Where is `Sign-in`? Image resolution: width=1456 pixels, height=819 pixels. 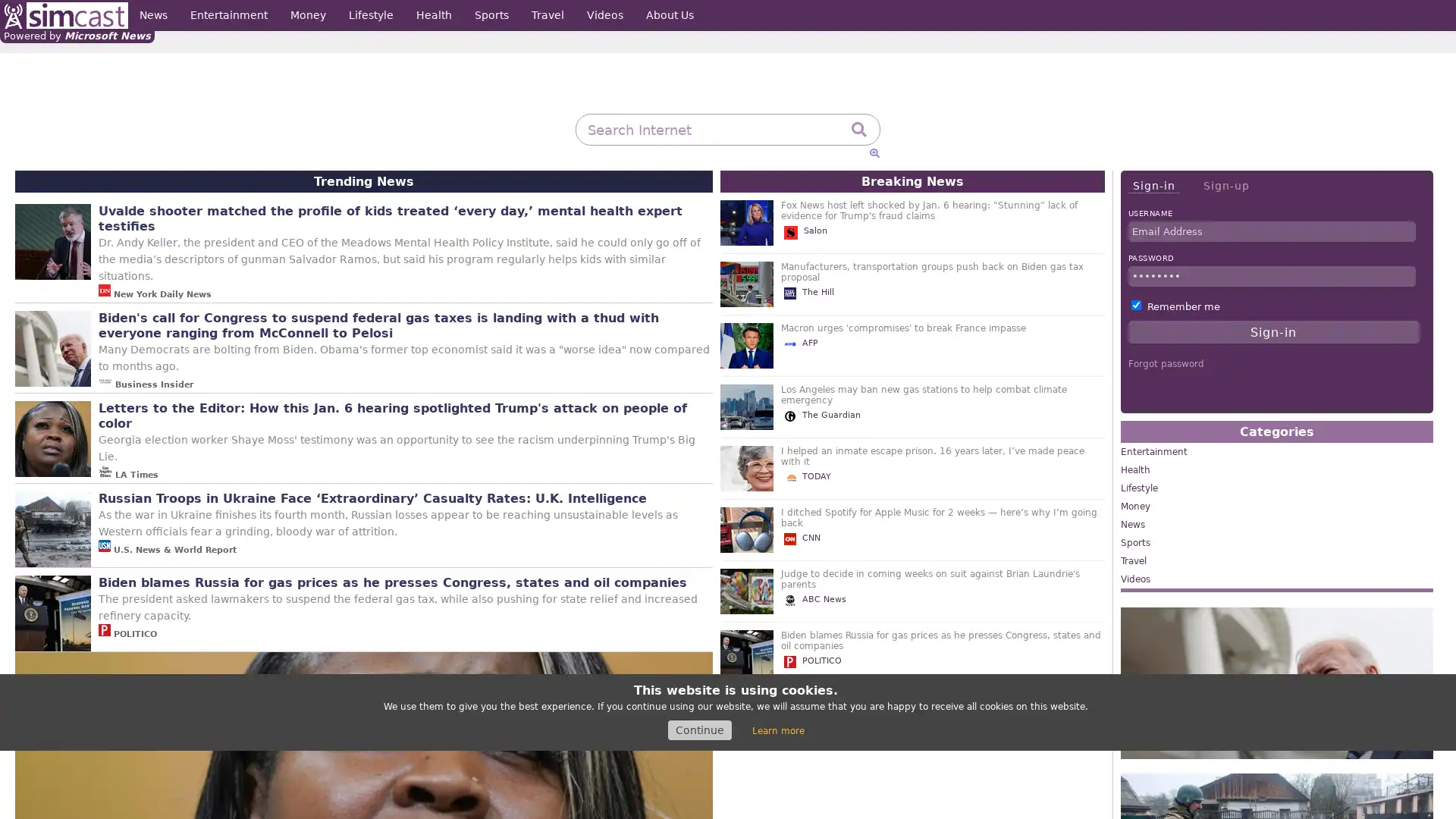 Sign-in is located at coordinates (1153, 185).